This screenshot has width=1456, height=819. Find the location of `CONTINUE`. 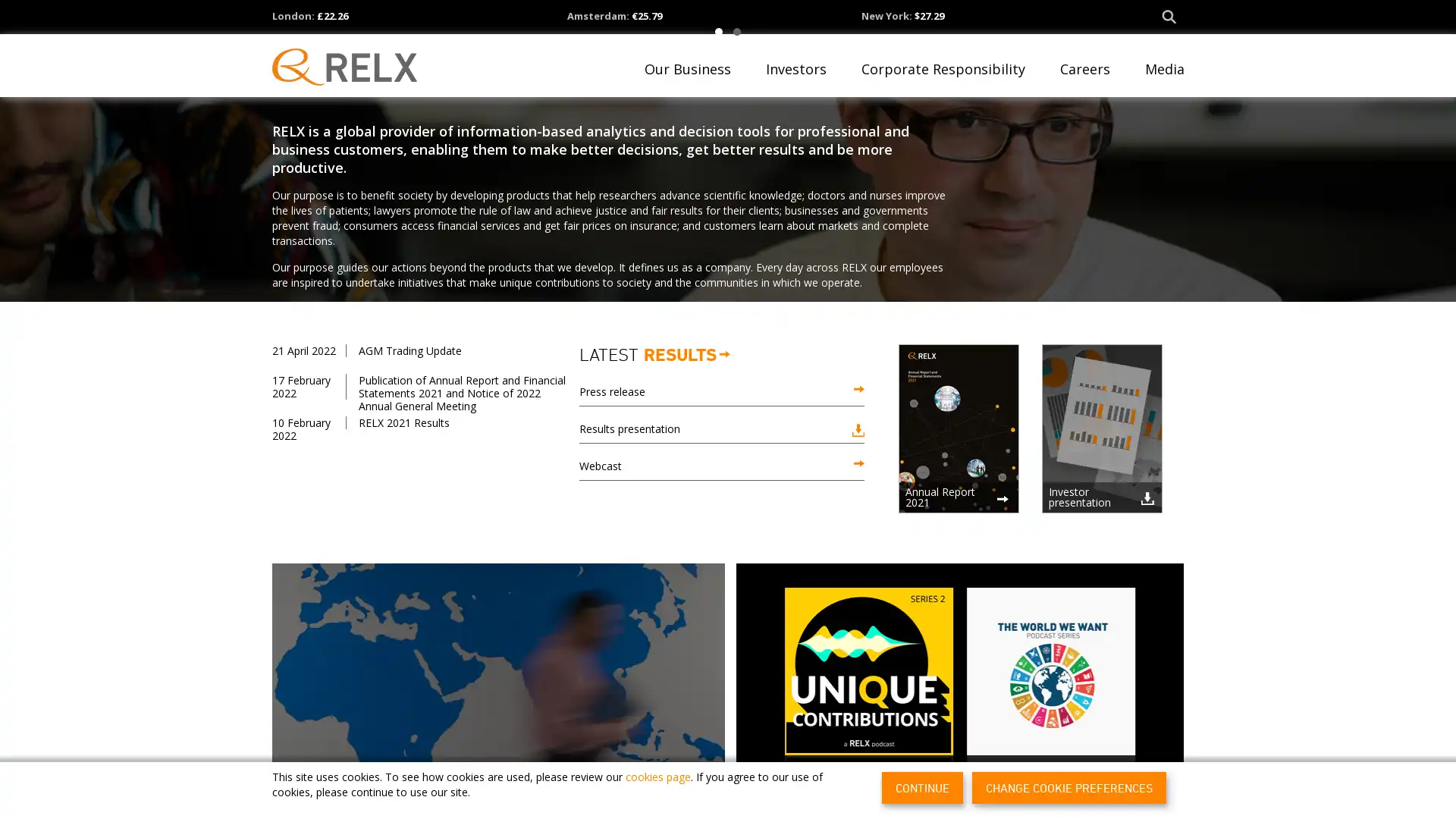

CONTINUE is located at coordinates (926, 786).